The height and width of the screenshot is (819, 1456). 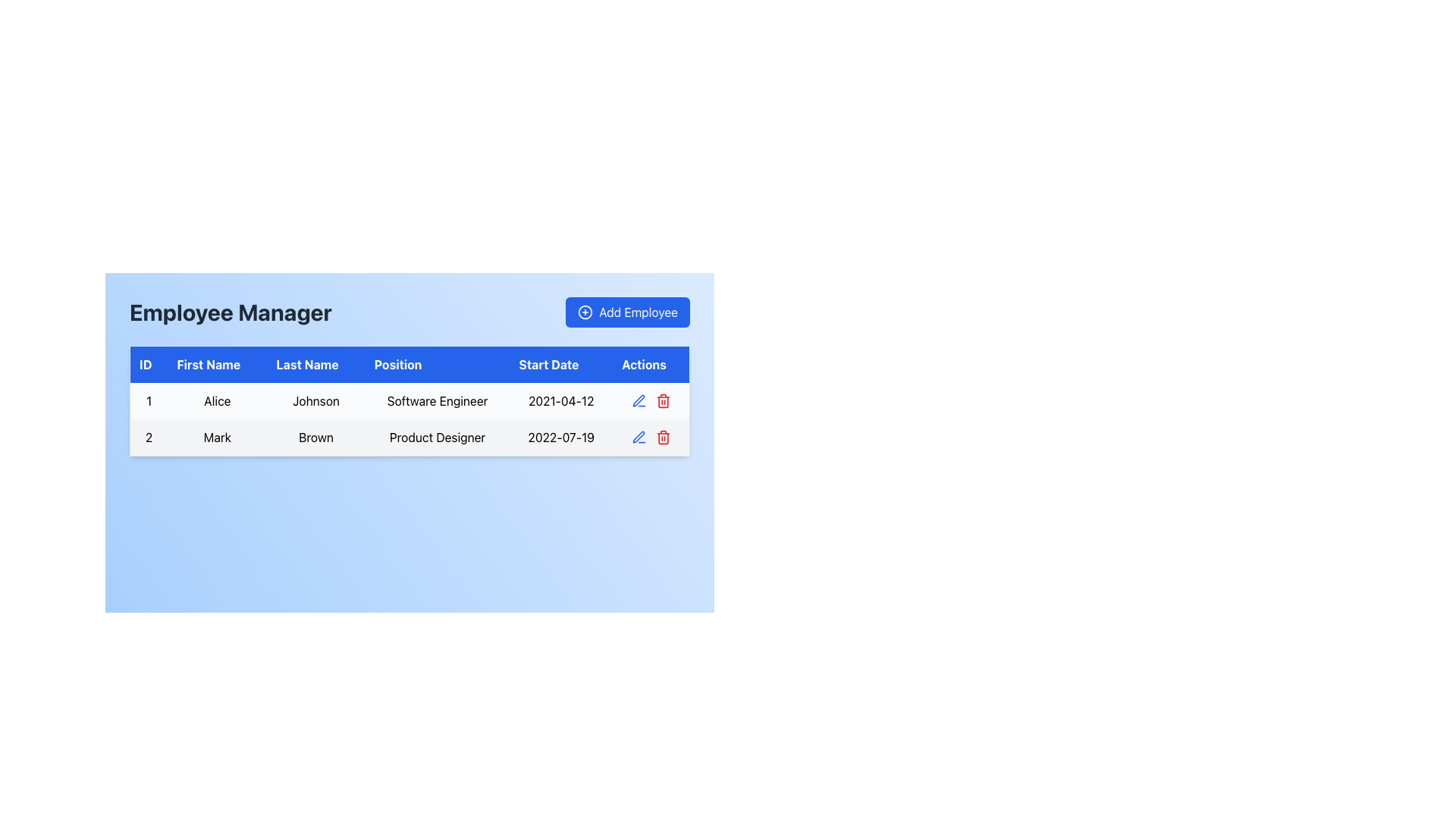 I want to click on the circular icon with a plus sign, which is styled with a blue border and background, located inside the 'Add Employee' button and aligned vertically with the text 'Add Employee', so click(x=585, y=312).